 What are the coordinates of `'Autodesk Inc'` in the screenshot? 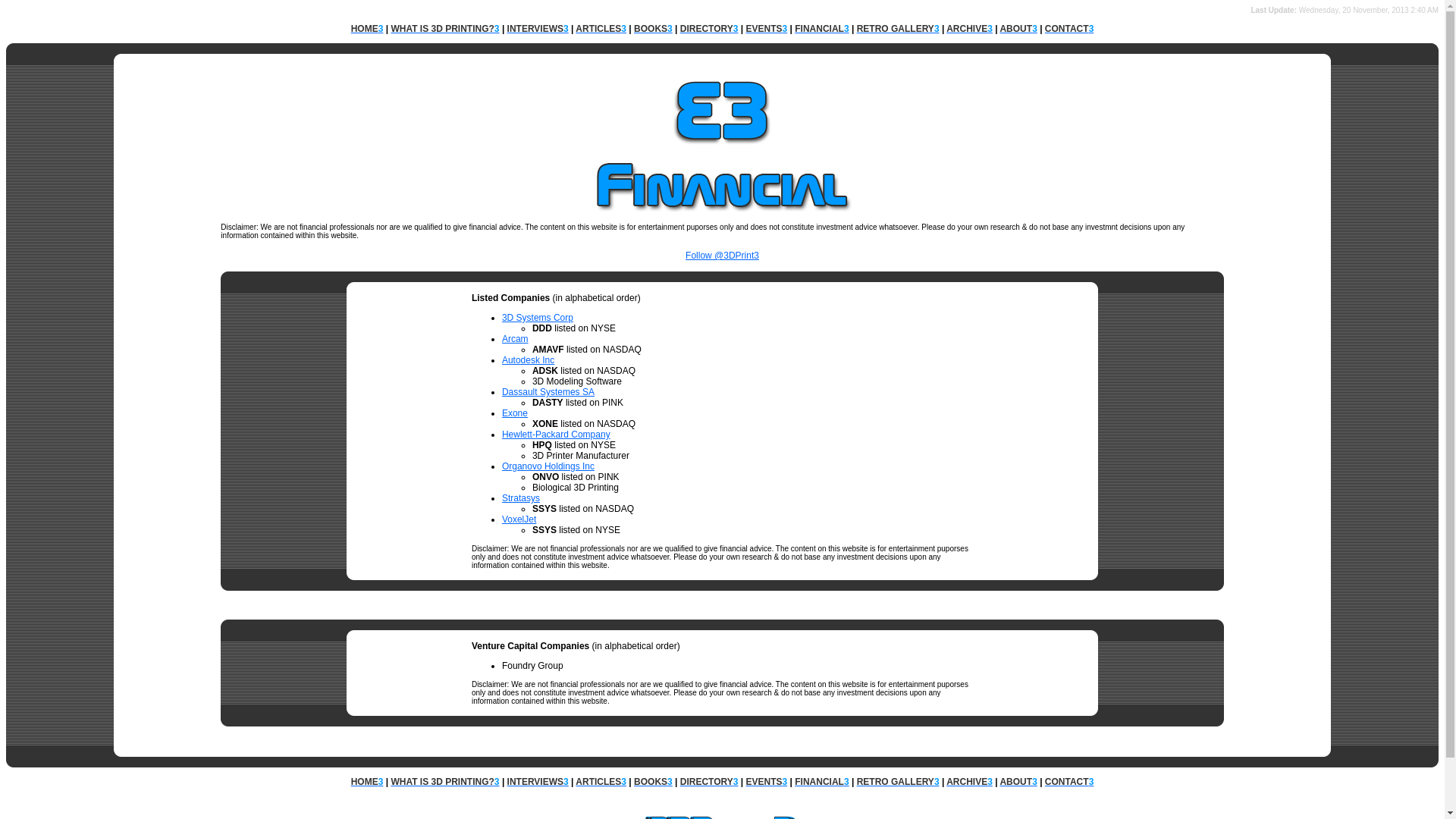 It's located at (528, 359).